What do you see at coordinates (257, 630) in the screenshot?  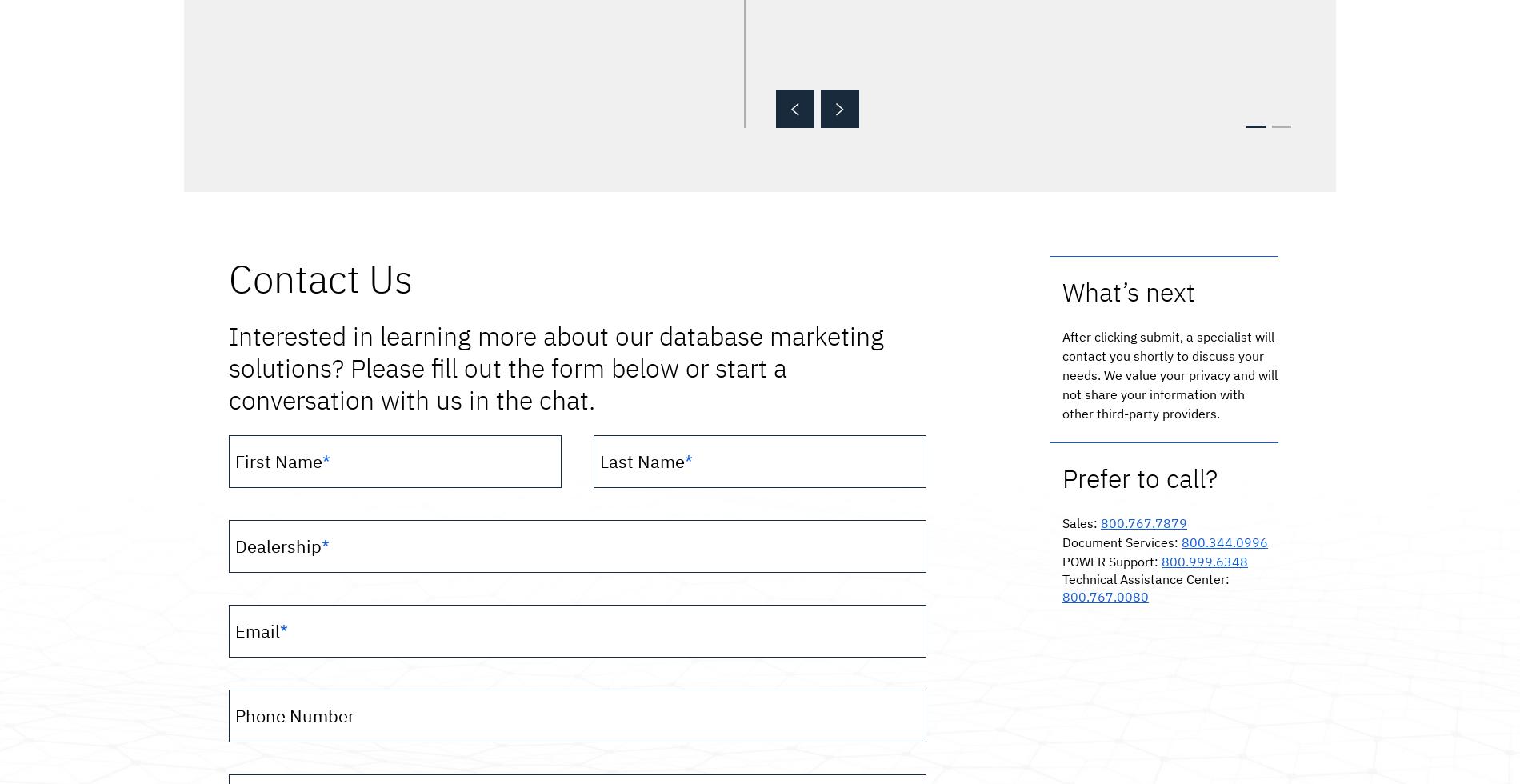 I see `'Email'` at bounding box center [257, 630].